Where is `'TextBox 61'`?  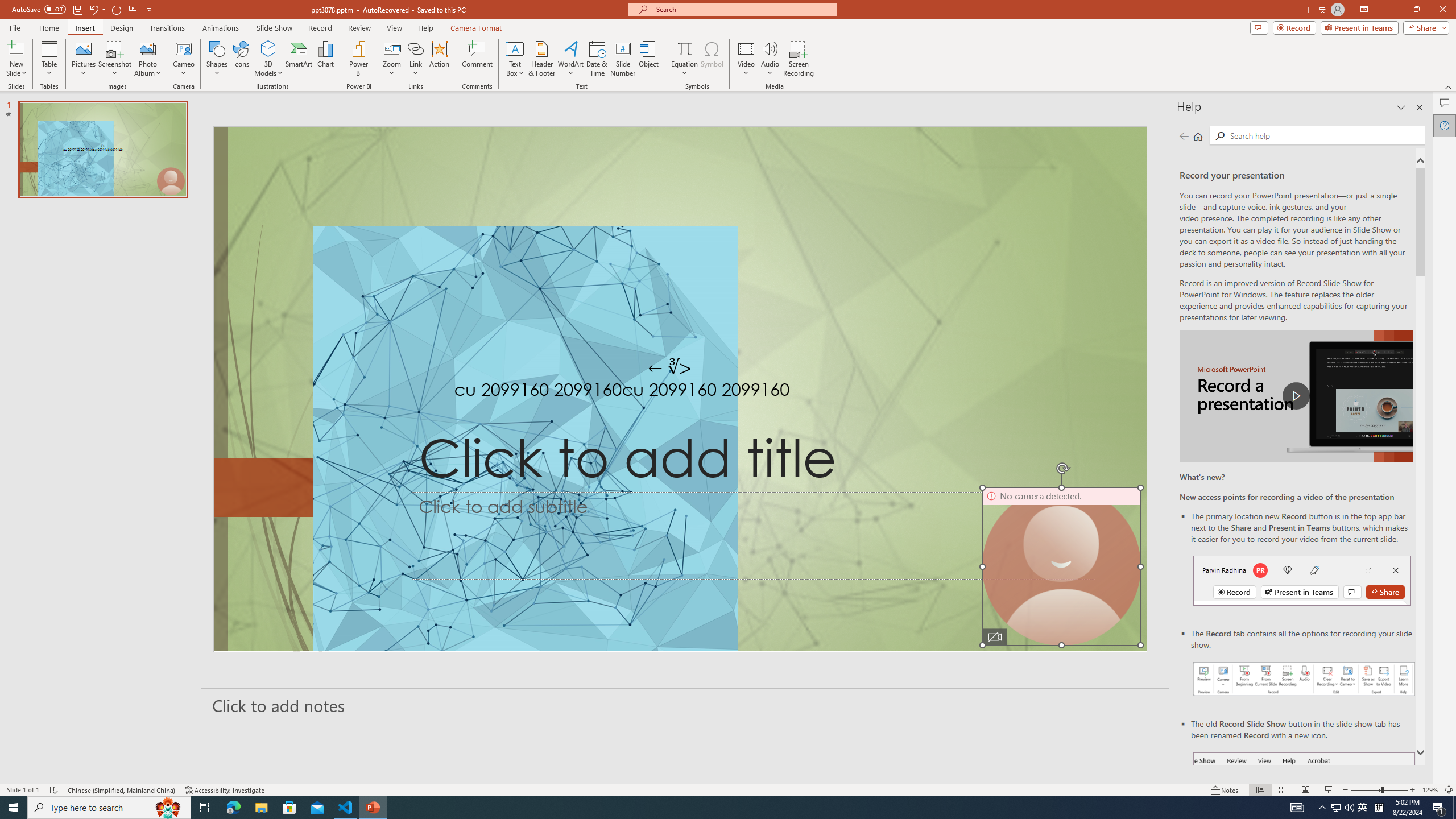 'TextBox 61' is located at coordinates (677, 392).